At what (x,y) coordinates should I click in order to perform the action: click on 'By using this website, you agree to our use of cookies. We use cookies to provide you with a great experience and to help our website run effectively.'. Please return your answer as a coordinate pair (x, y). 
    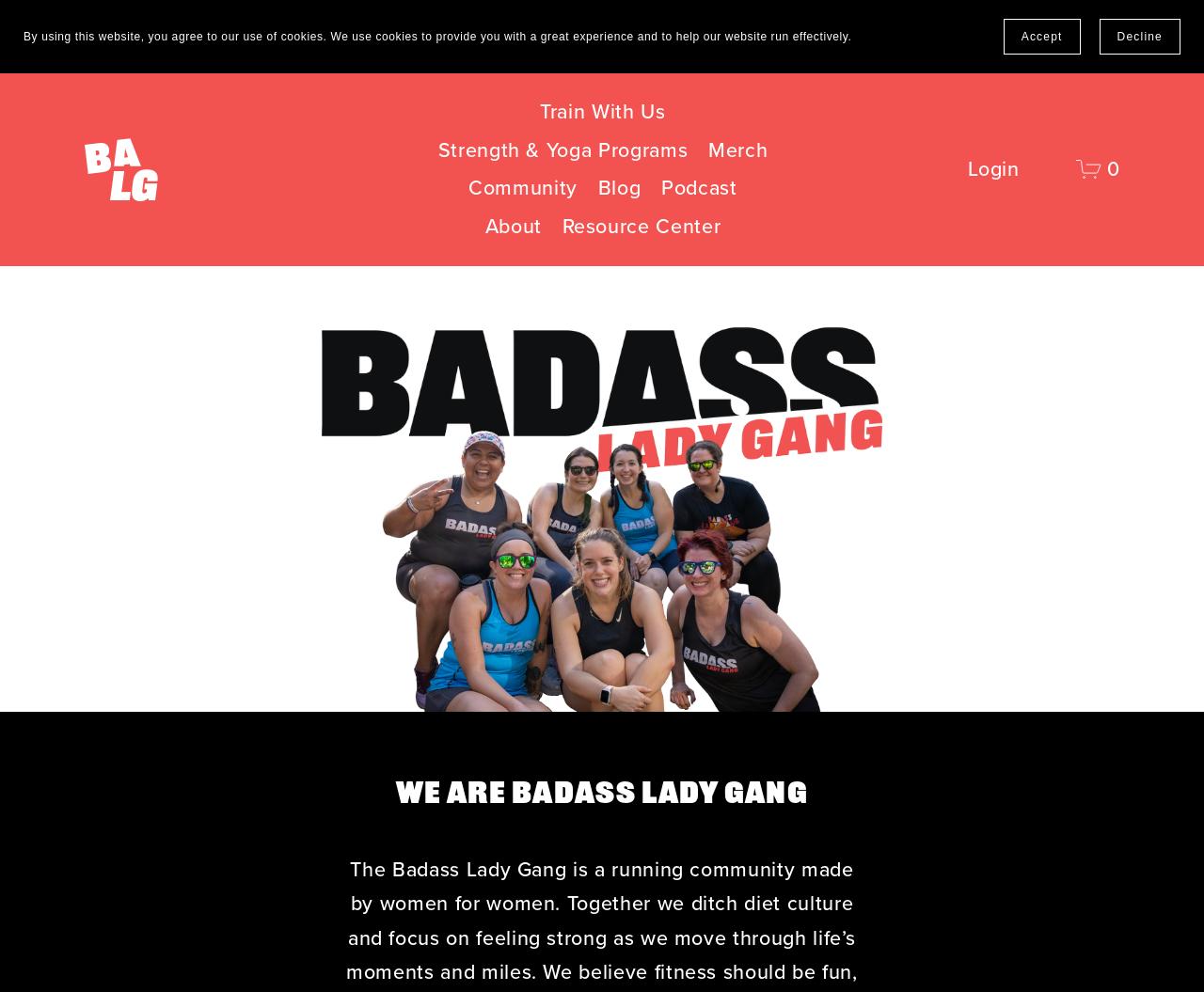
    Looking at the image, I should click on (23, 37).